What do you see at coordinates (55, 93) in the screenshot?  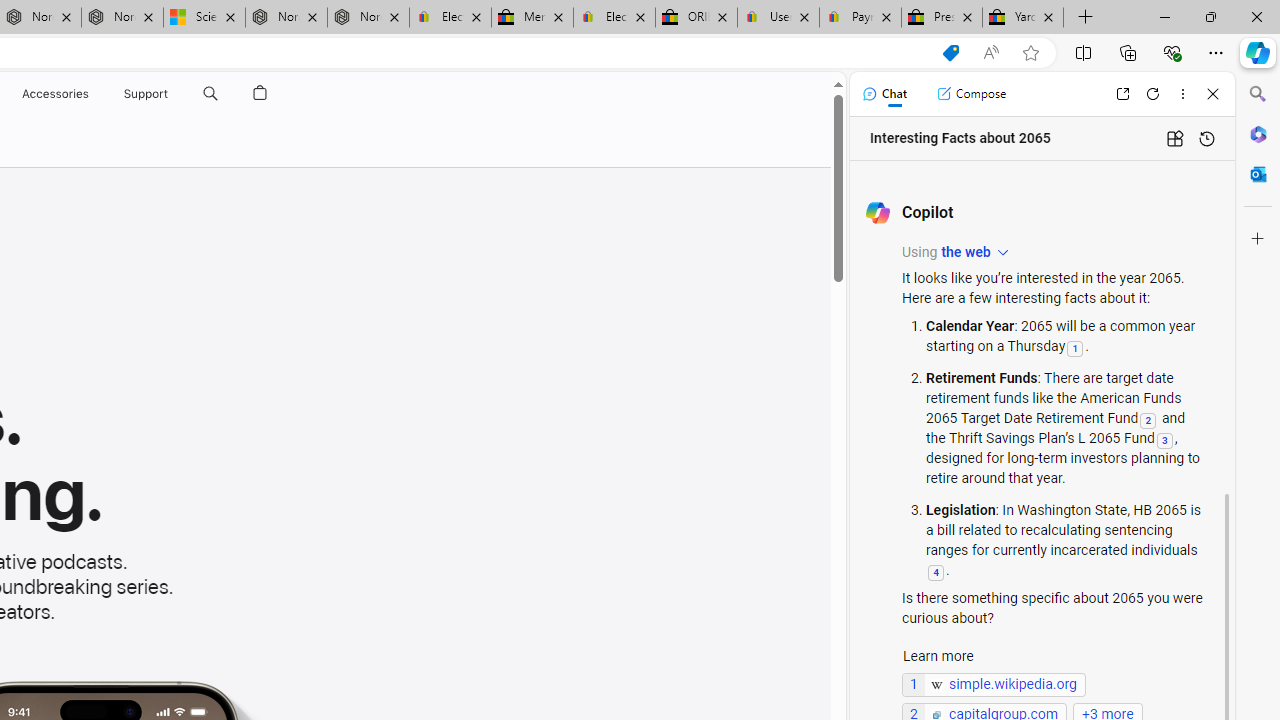 I see `'Accessories'` at bounding box center [55, 93].